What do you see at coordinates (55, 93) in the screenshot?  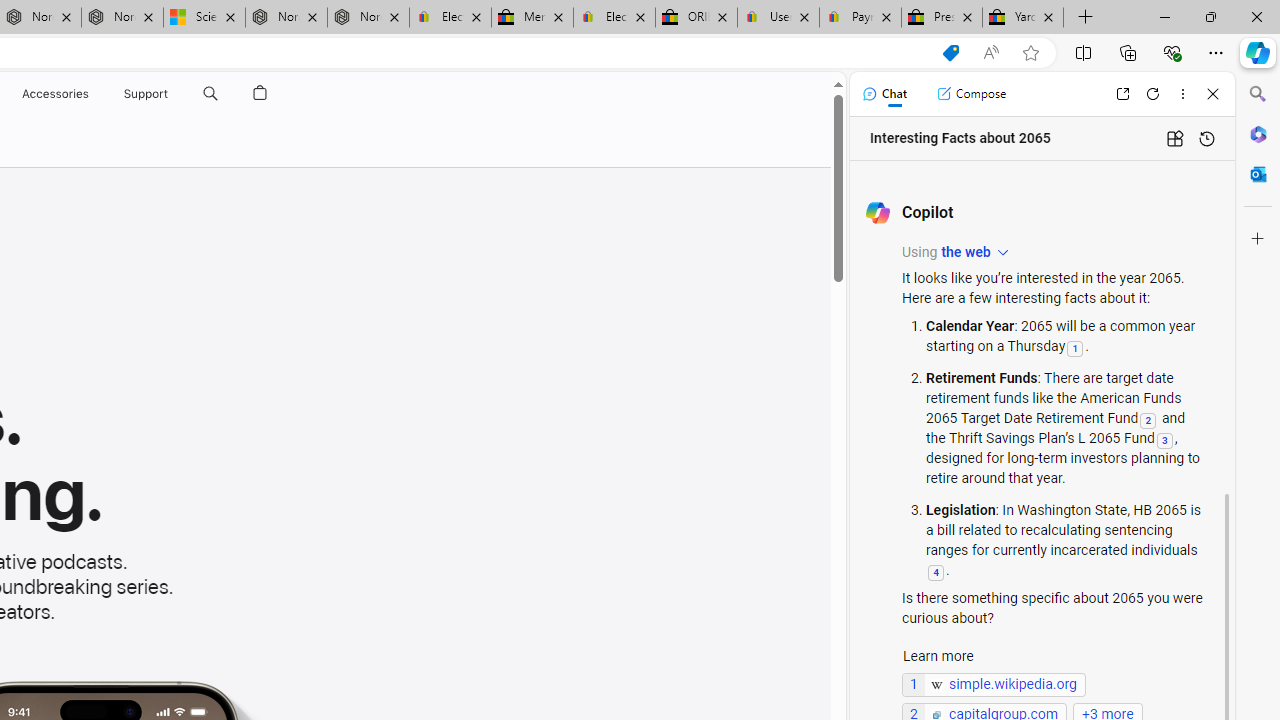 I see `'Accessories'` at bounding box center [55, 93].